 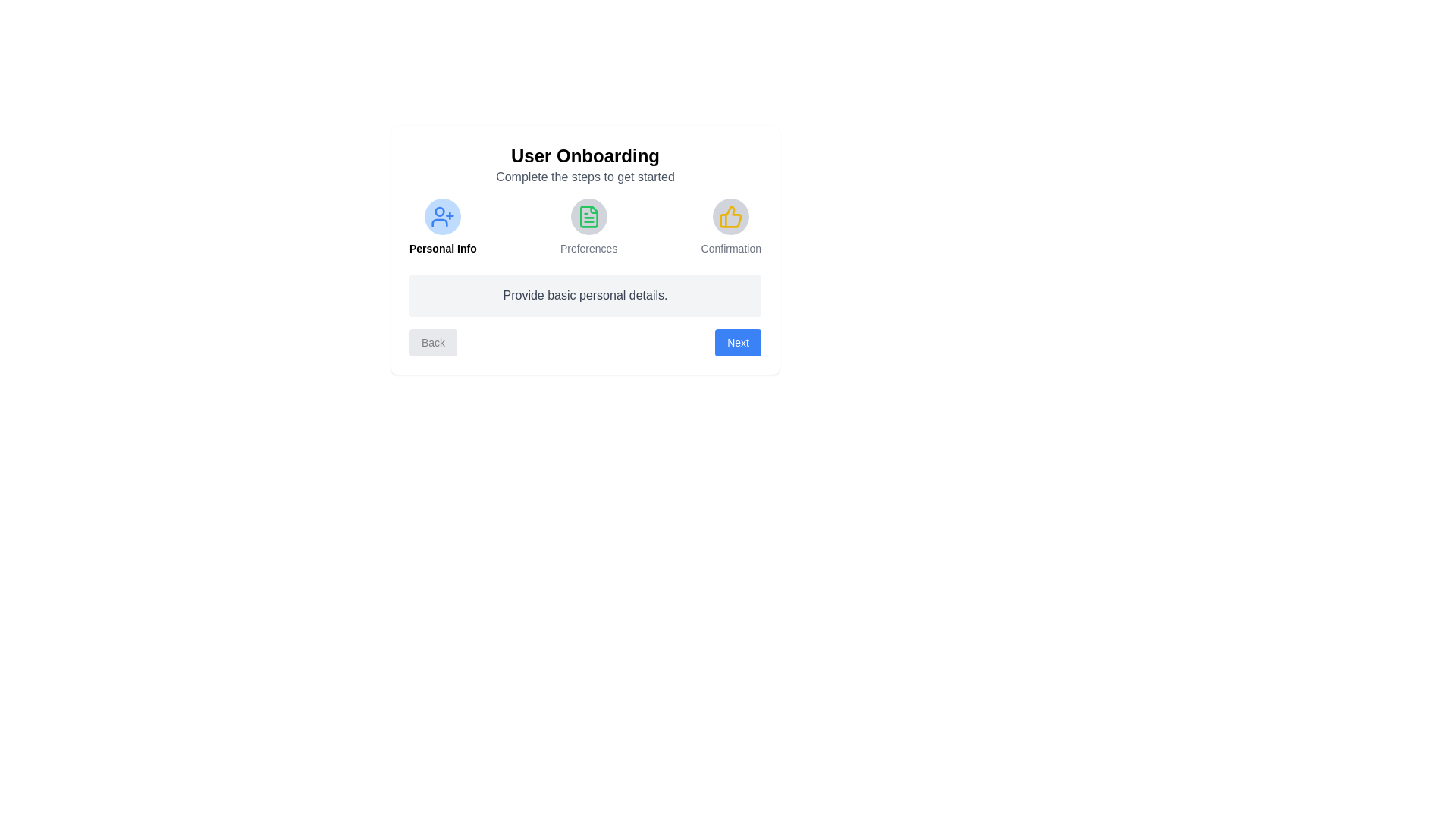 What do you see at coordinates (442, 216) in the screenshot?
I see `the step icon corresponding to the step Personal Info to view its details` at bounding box center [442, 216].